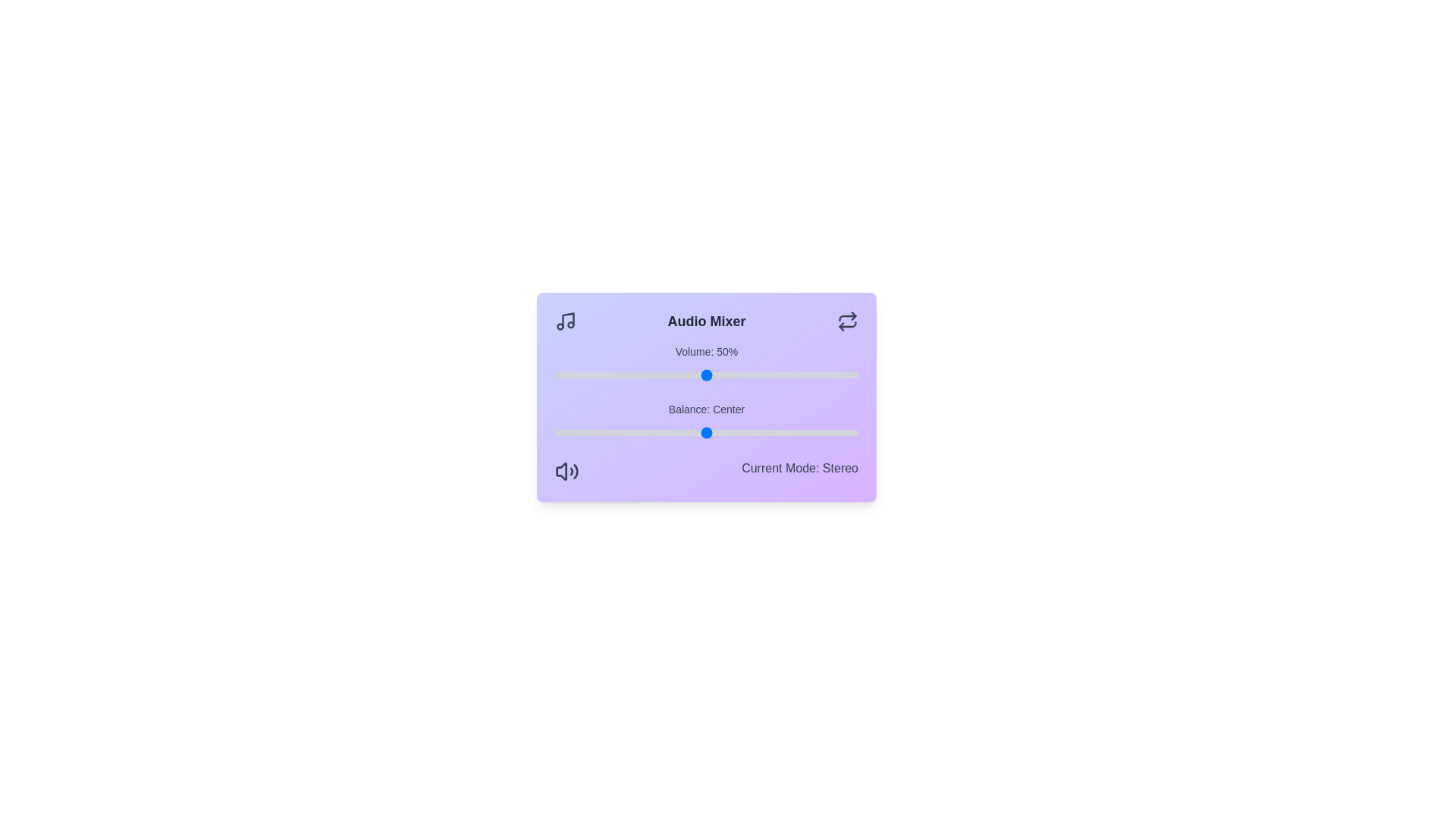 The height and width of the screenshot is (819, 1456). What do you see at coordinates (799, 470) in the screenshot?
I see `the text at the bottom of the component displaying the current mode description` at bounding box center [799, 470].